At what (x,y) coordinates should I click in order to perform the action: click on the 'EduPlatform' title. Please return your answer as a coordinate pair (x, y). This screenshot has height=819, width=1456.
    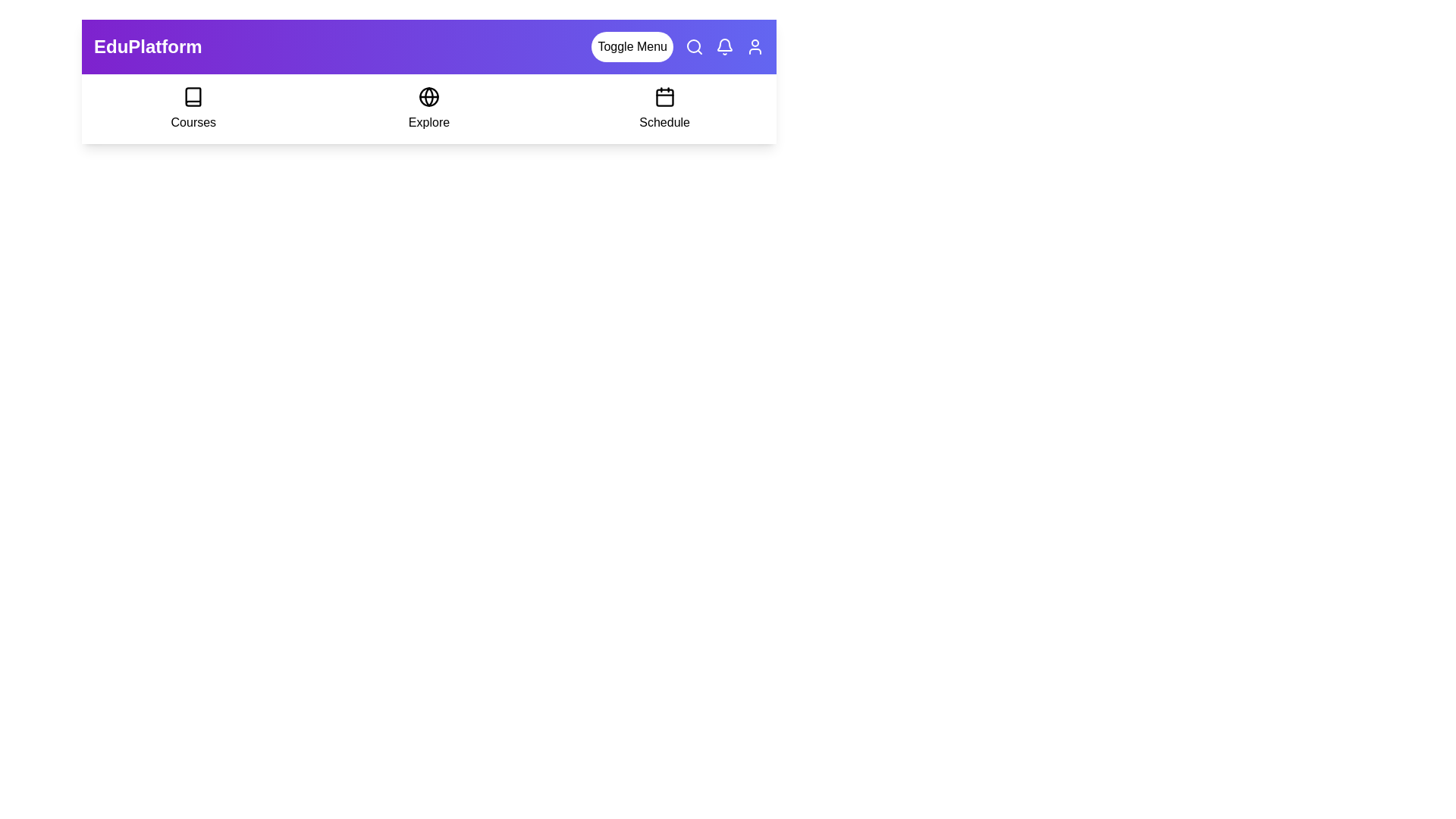
    Looking at the image, I should click on (148, 45).